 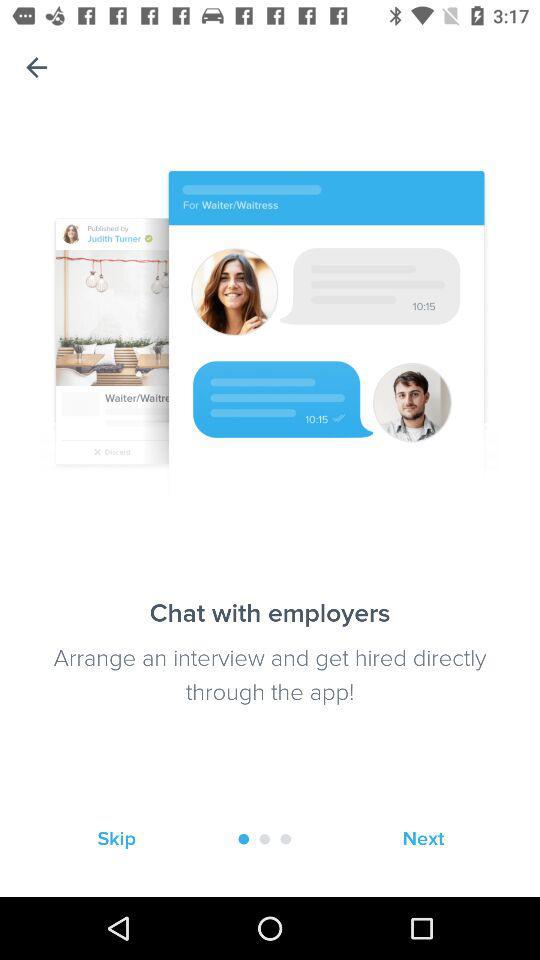 I want to click on the icon at the bottom right corner, so click(x=422, y=839).